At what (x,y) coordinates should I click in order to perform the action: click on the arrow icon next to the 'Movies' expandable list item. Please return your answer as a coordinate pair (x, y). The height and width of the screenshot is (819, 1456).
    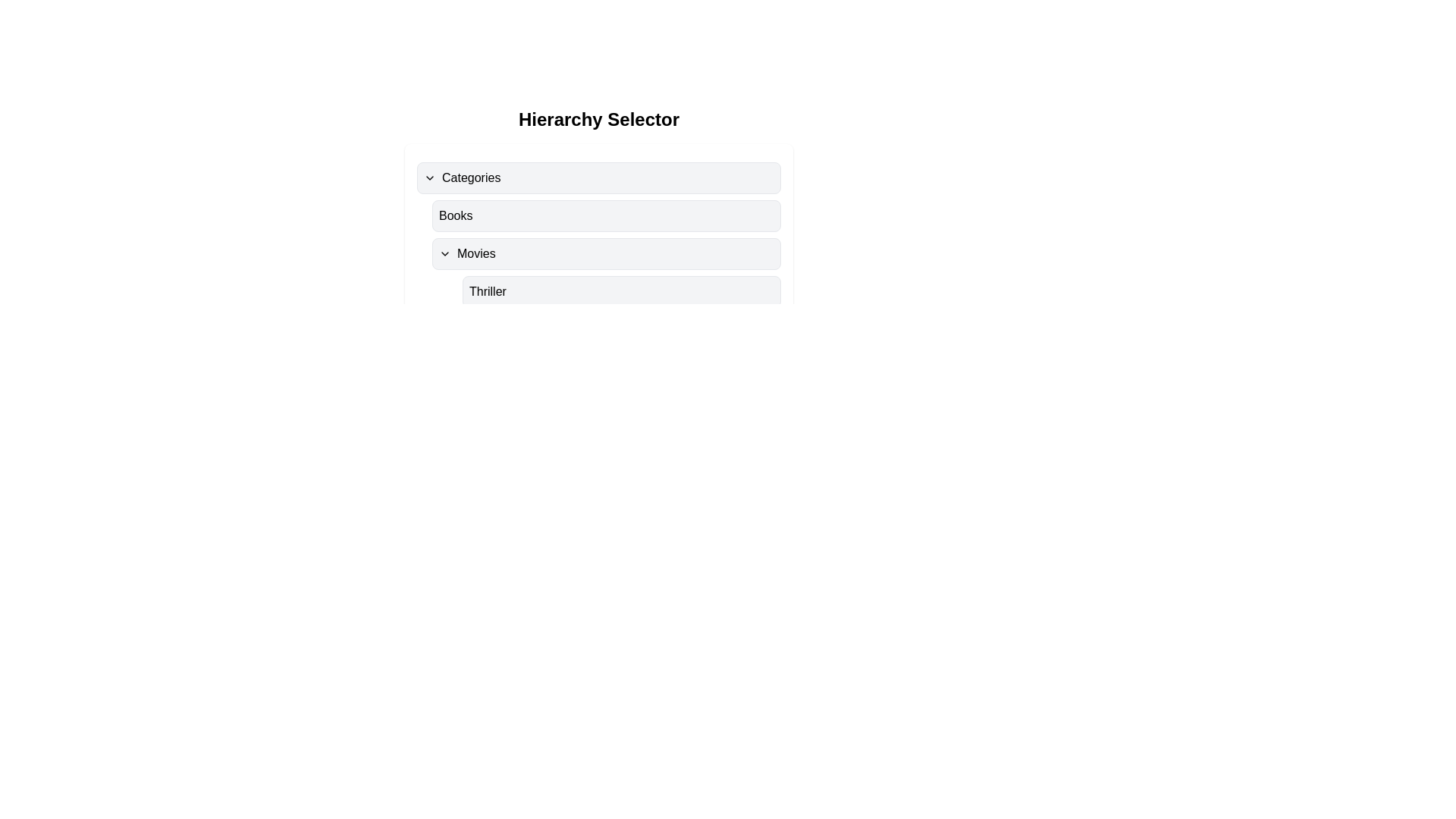
    Looking at the image, I should click on (466, 253).